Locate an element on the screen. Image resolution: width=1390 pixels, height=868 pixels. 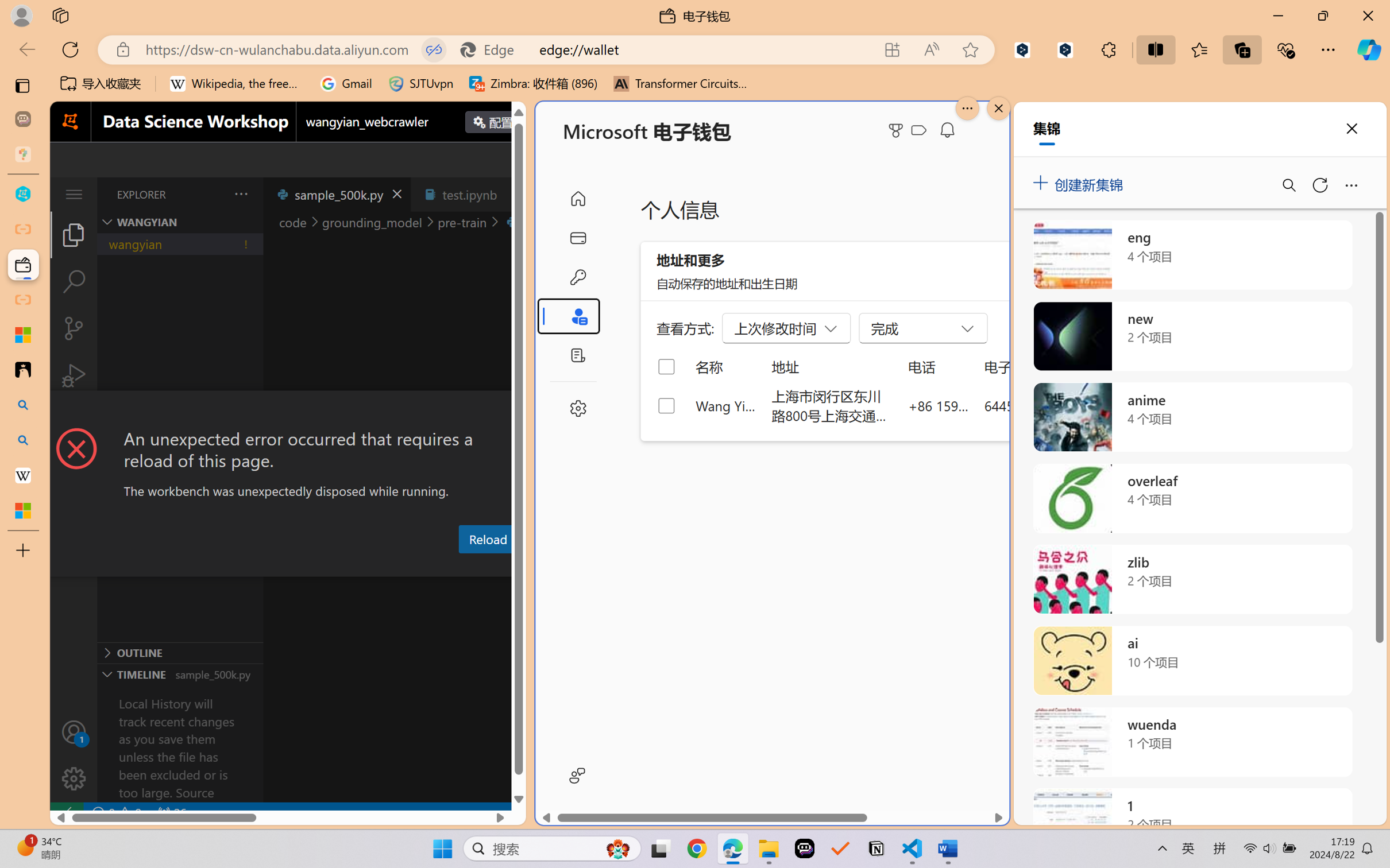
'Source Control (Ctrl+Shift+G)' is located at coordinates (73, 328).